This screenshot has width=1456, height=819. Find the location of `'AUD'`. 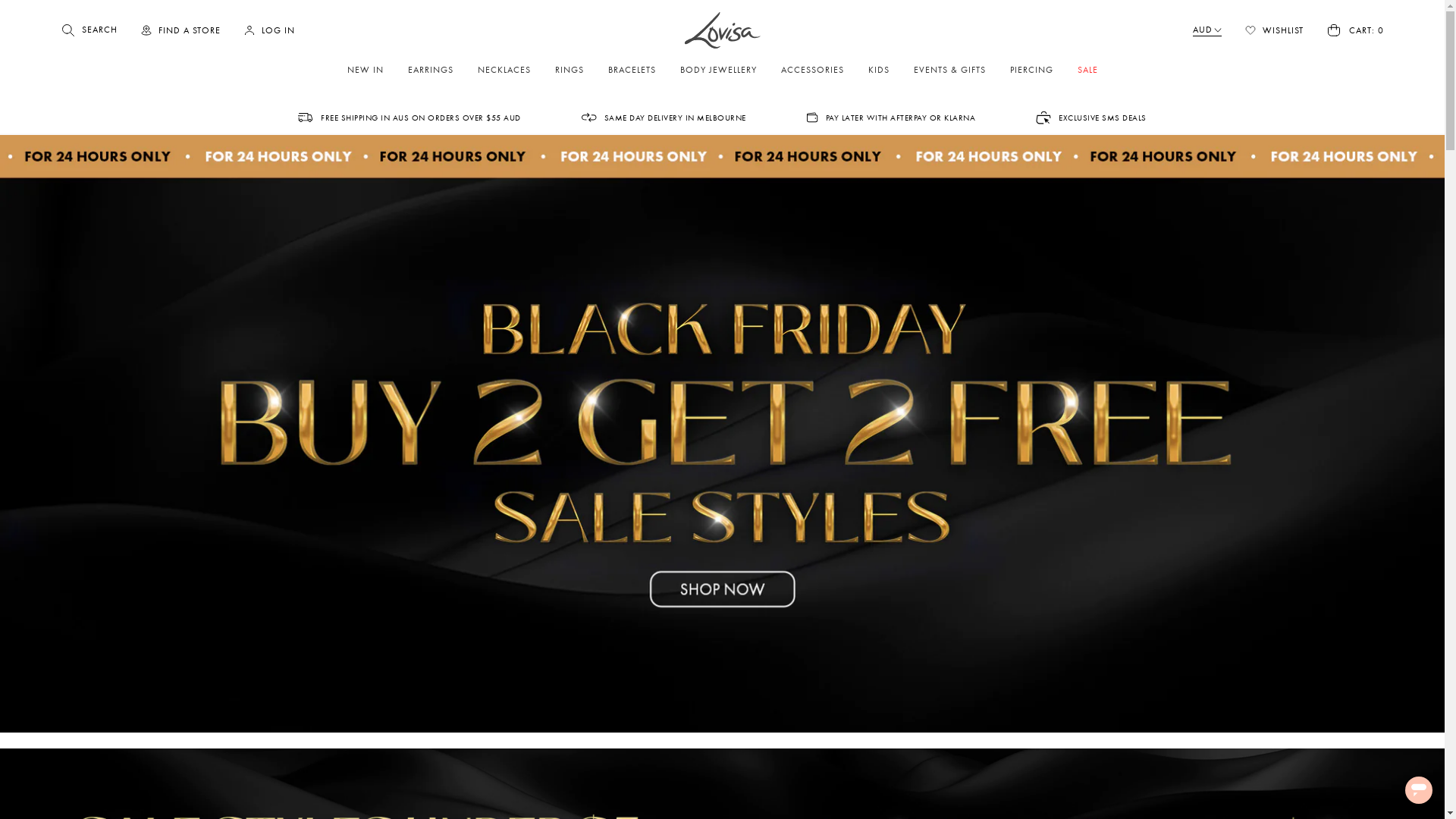

'AUD' is located at coordinates (1207, 30).